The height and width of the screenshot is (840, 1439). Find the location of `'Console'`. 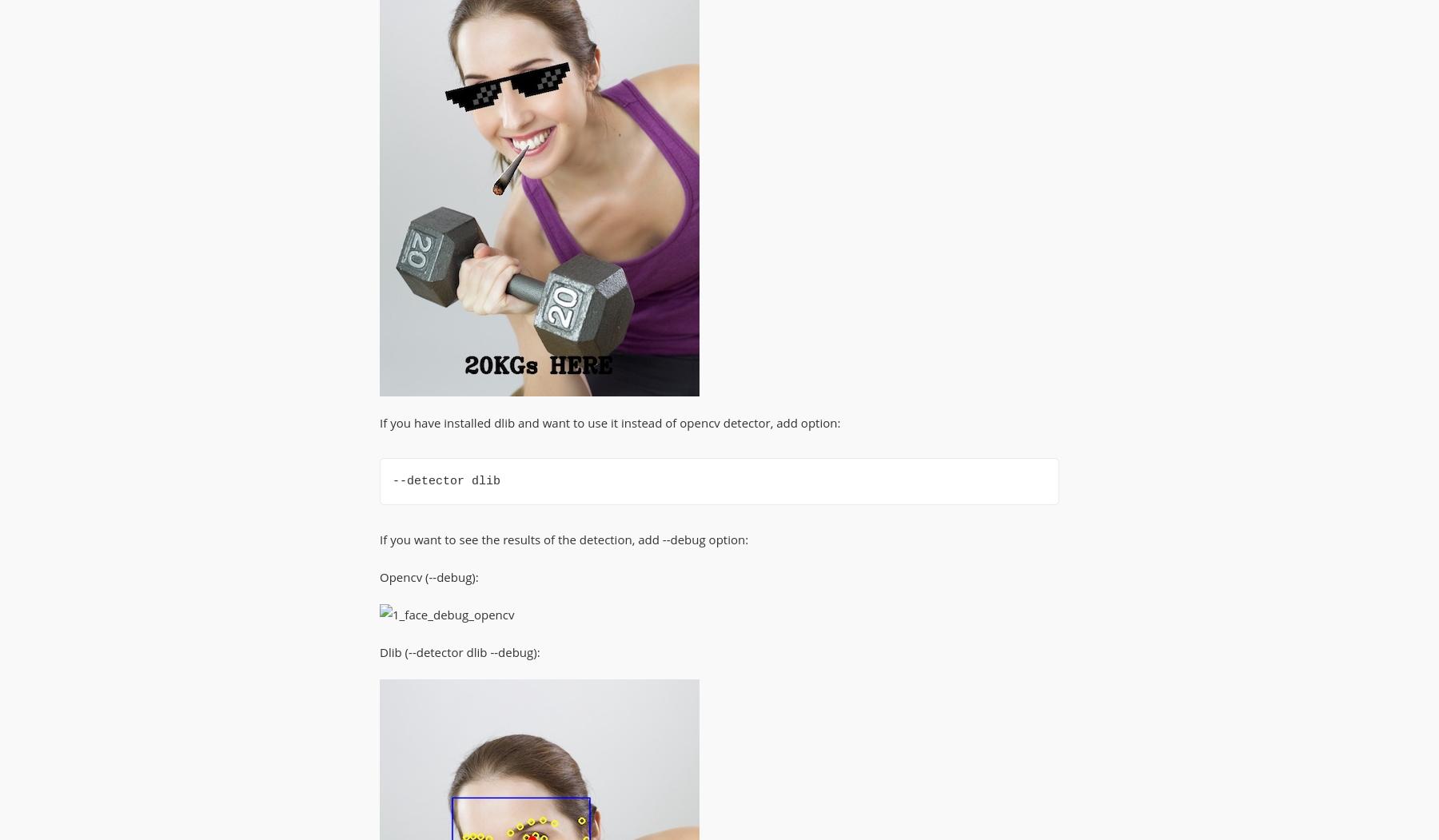

'Console' is located at coordinates (405, 73).